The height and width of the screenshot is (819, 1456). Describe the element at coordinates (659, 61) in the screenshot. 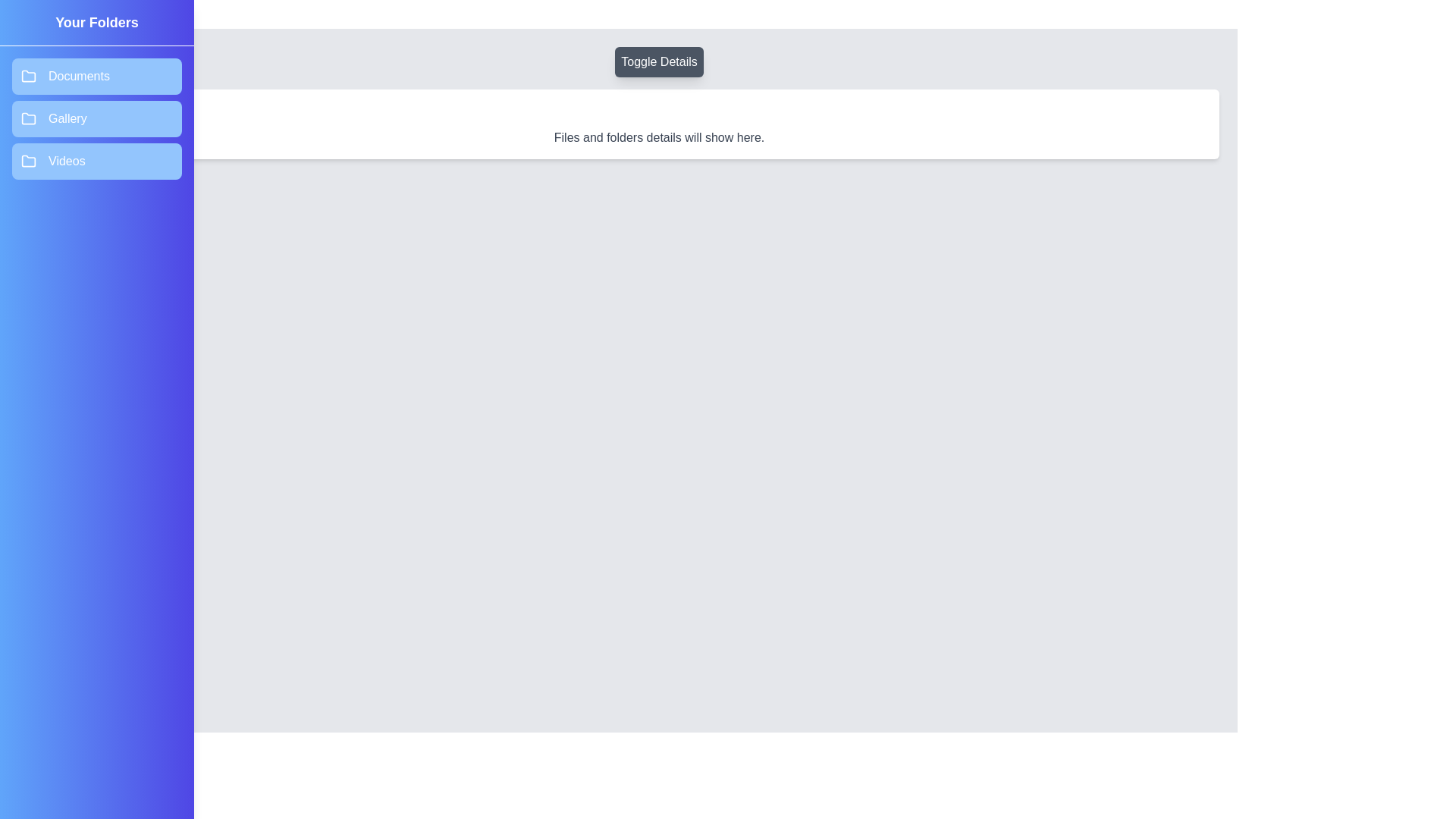

I see `the 'Toggle Details' button to toggle the visibility of the details section` at that location.